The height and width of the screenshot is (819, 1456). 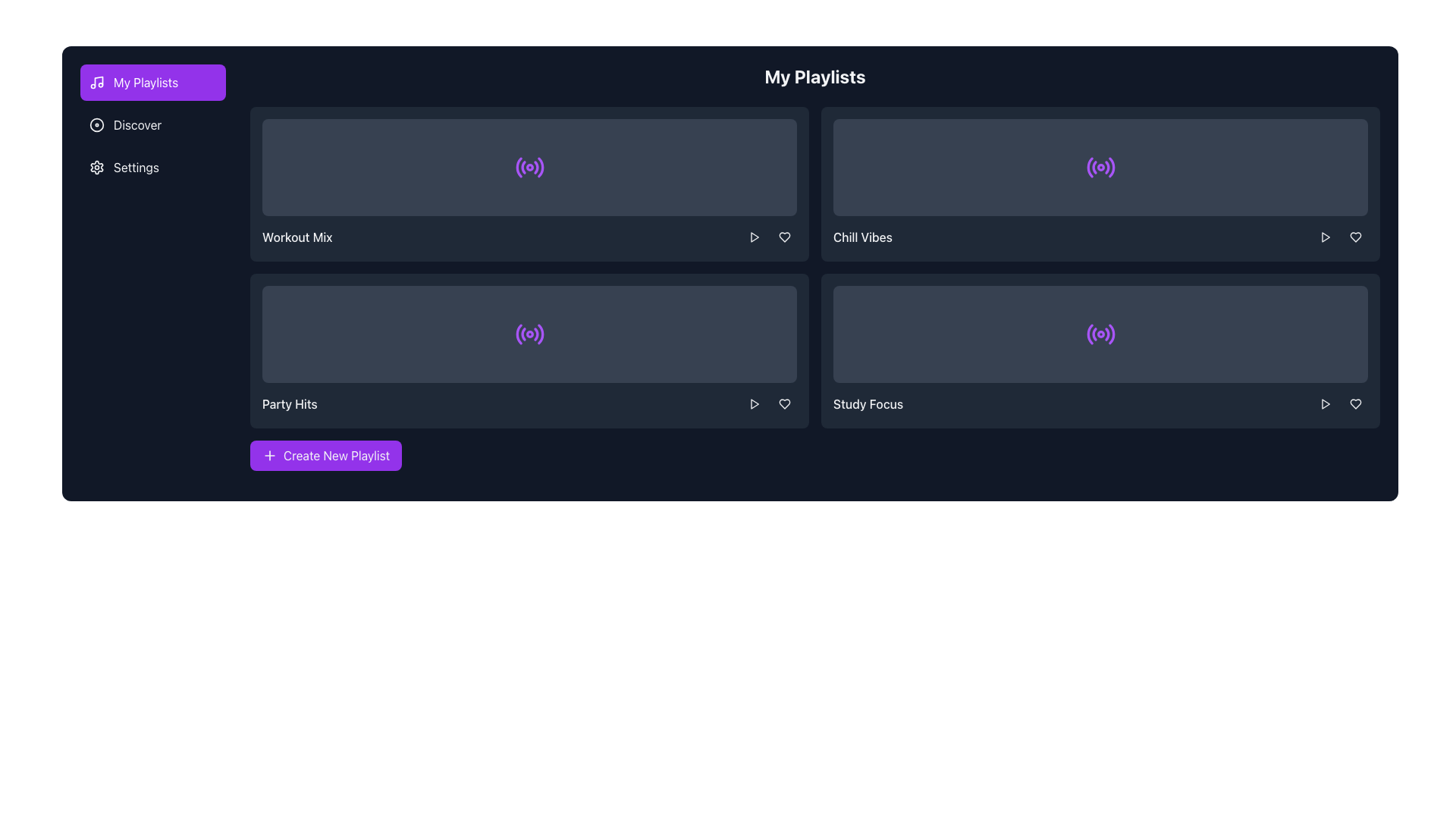 I want to click on the icon located on the far left side of the 'Create New Playlist' button, which serves as a visual indicator for adding new playlists, so click(x=269, y=455).